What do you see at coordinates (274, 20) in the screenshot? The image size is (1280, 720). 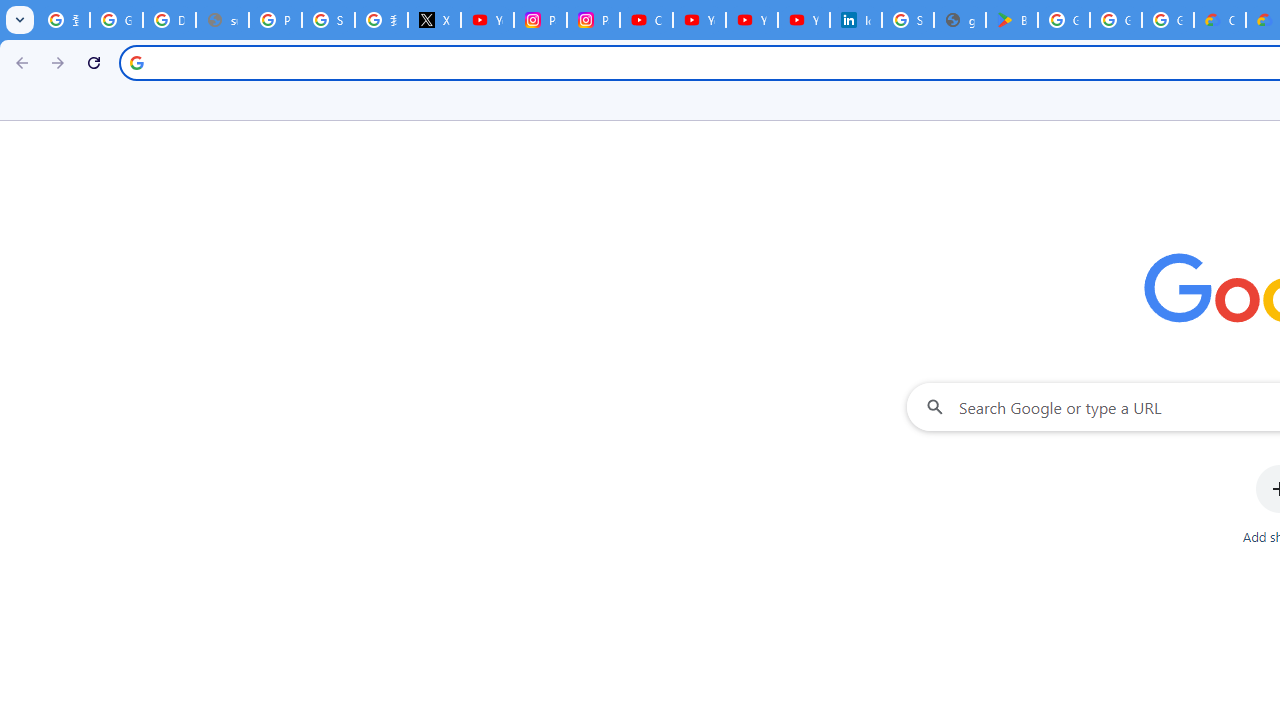 I see `'Privacy Help Center - Policies Help'` at bounding box center [274, 20].